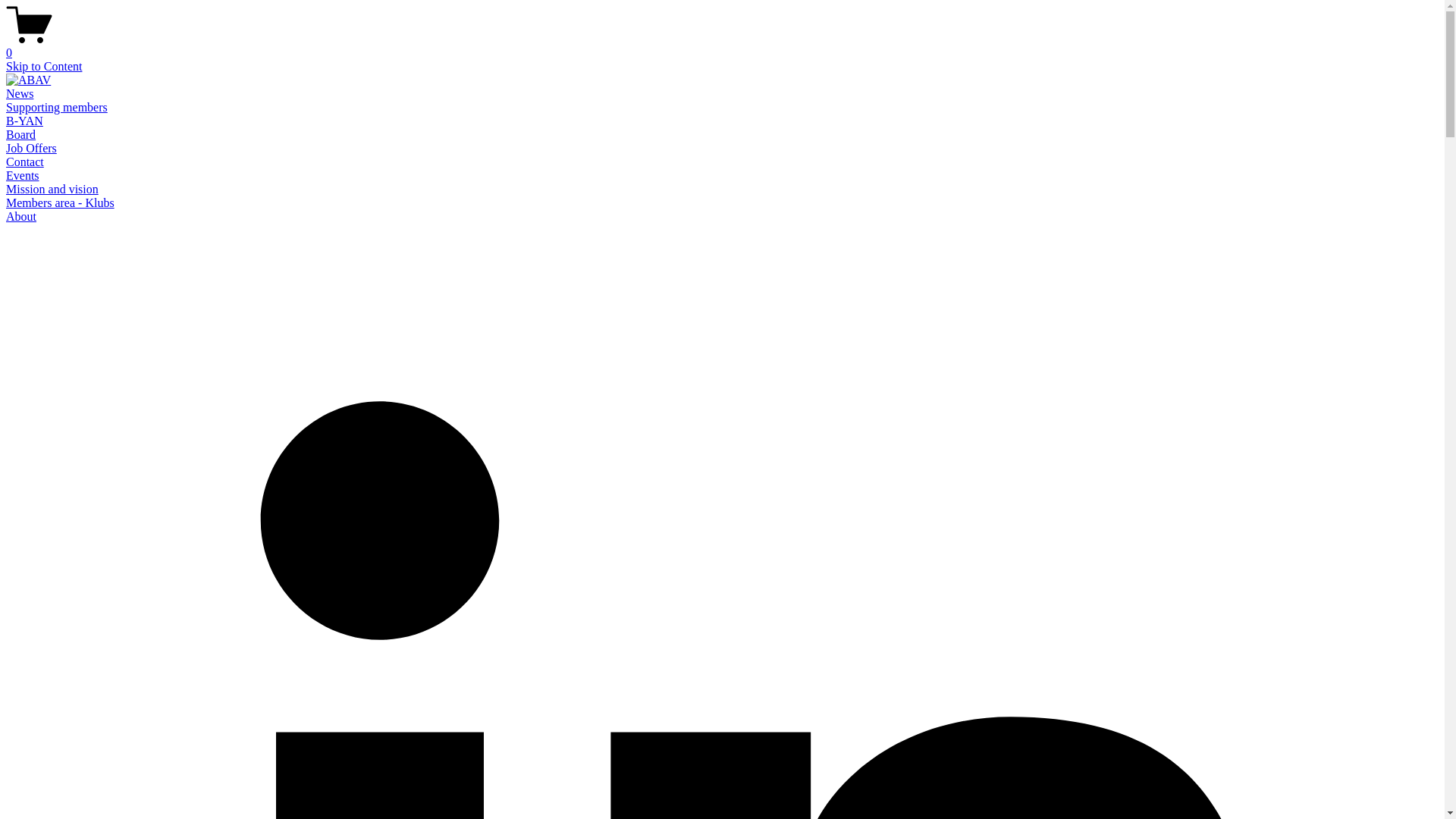 This screenshot has height=819, width=1456. What do you see at coordinates (20, 133) in the screenshot?
I see `'Board'` at bounding box center [20, 133].